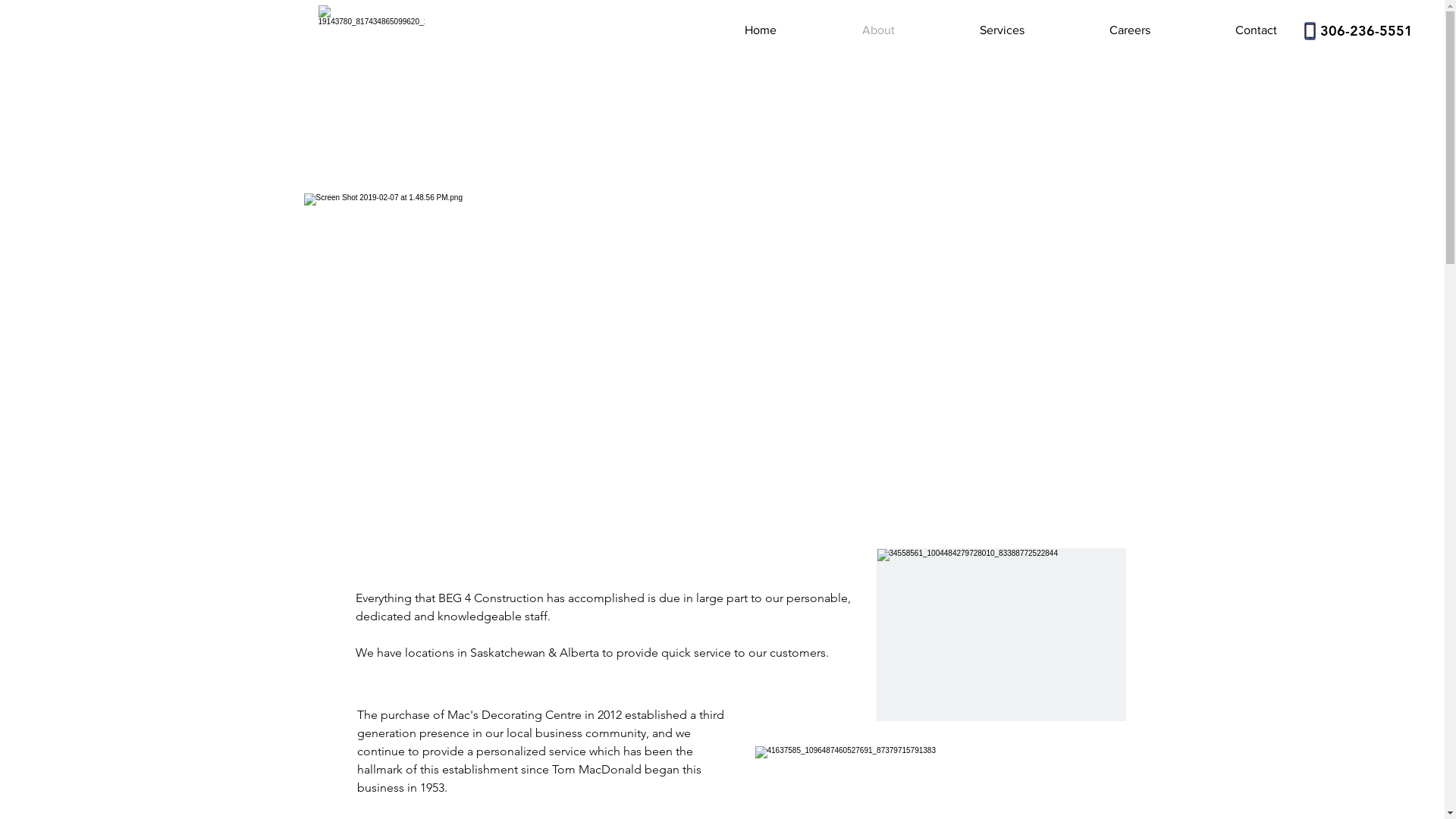 The width and height of the screenshot is (1456, 819). I want to click on 'Contact', so click(1225, 30).